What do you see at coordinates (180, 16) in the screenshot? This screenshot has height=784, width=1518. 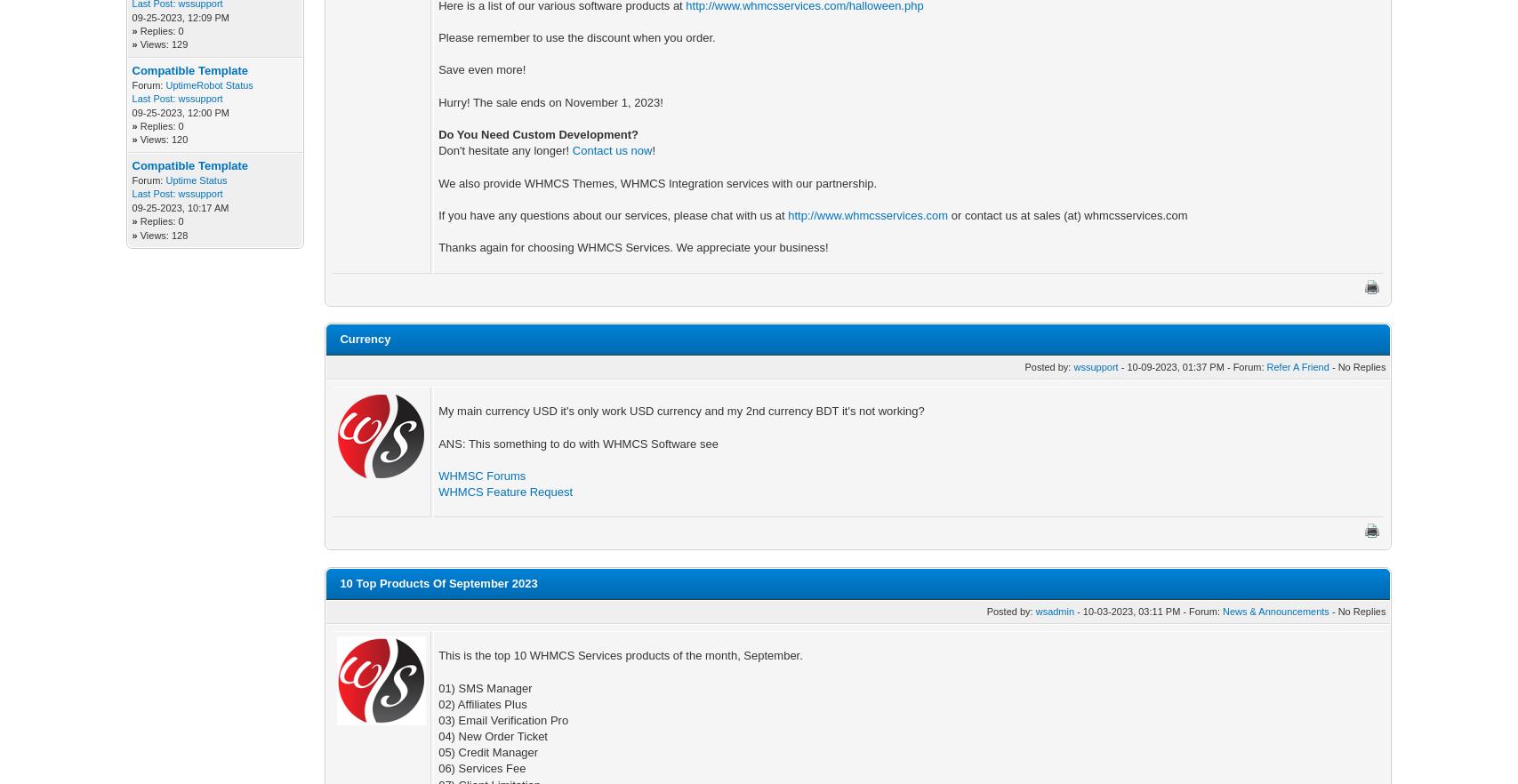 I see `'09-25-2023, 12:09 PM'` at bounding box center [180, 16].